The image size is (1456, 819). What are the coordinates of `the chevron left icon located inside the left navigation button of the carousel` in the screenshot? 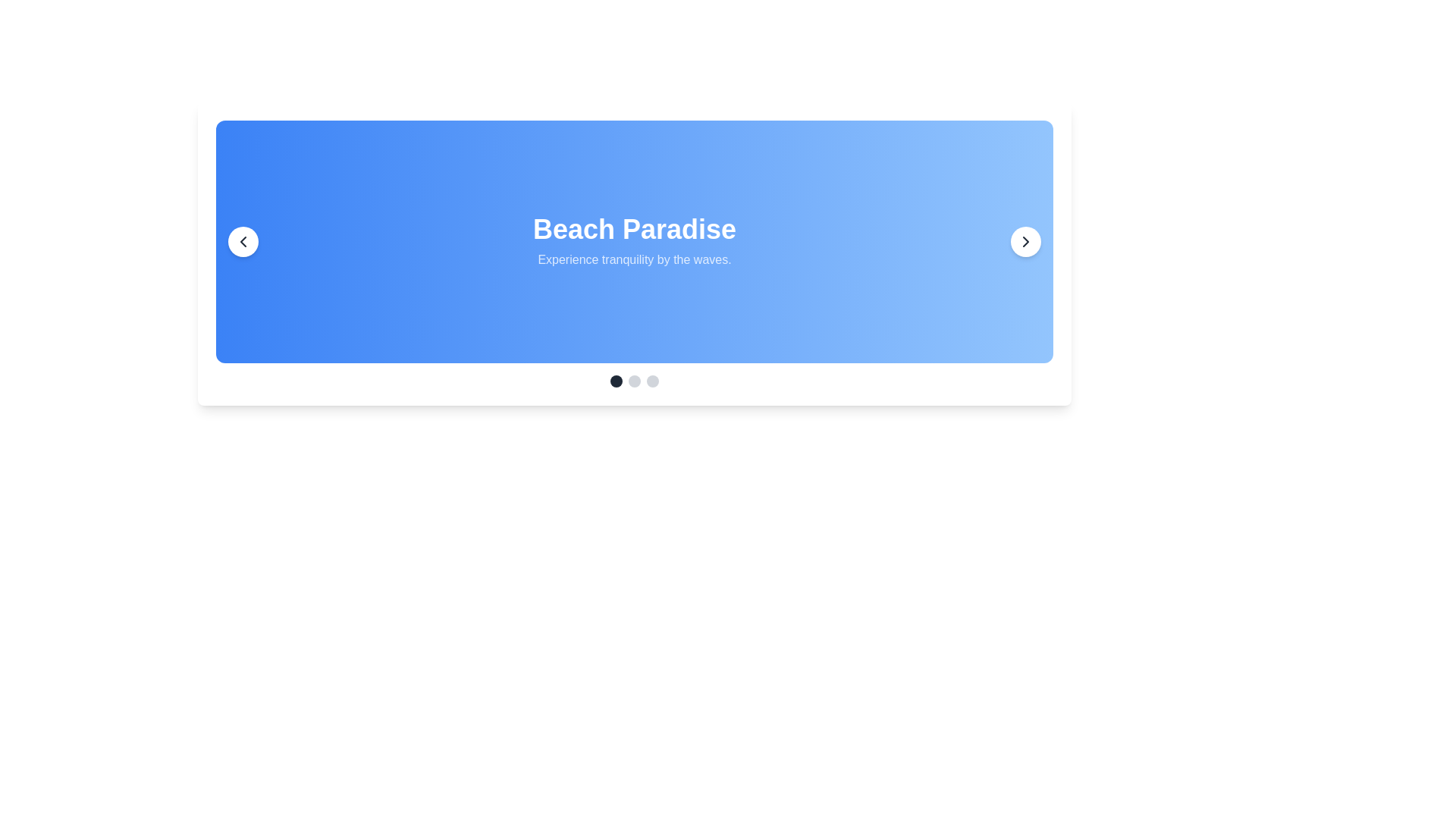 It's located at (243, 241).